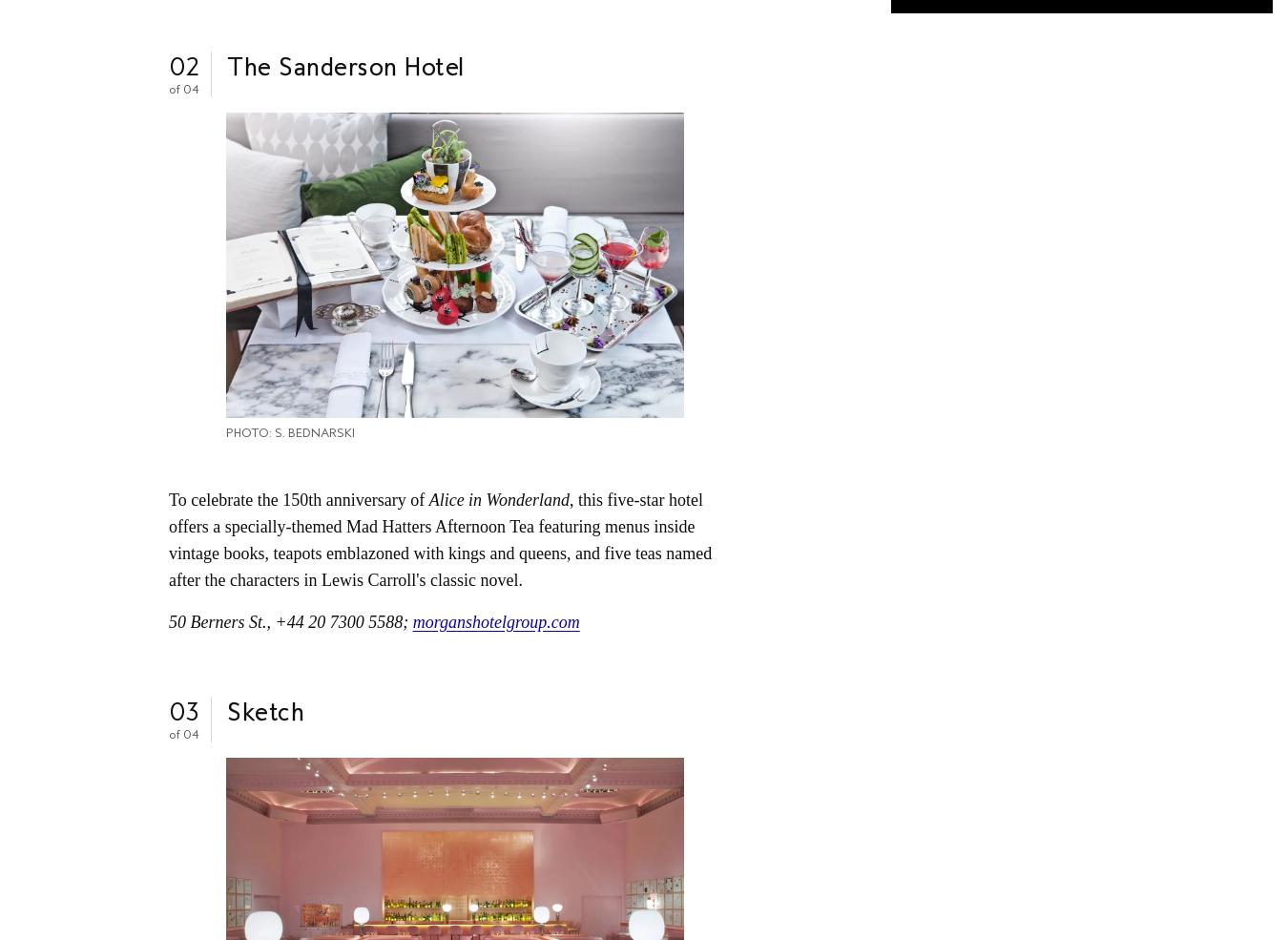  What do you see at coordinates (298, 499) in the screenshot?
I see `'To celebrate the 150th anniversary of'` at bounding box center [298, 499].